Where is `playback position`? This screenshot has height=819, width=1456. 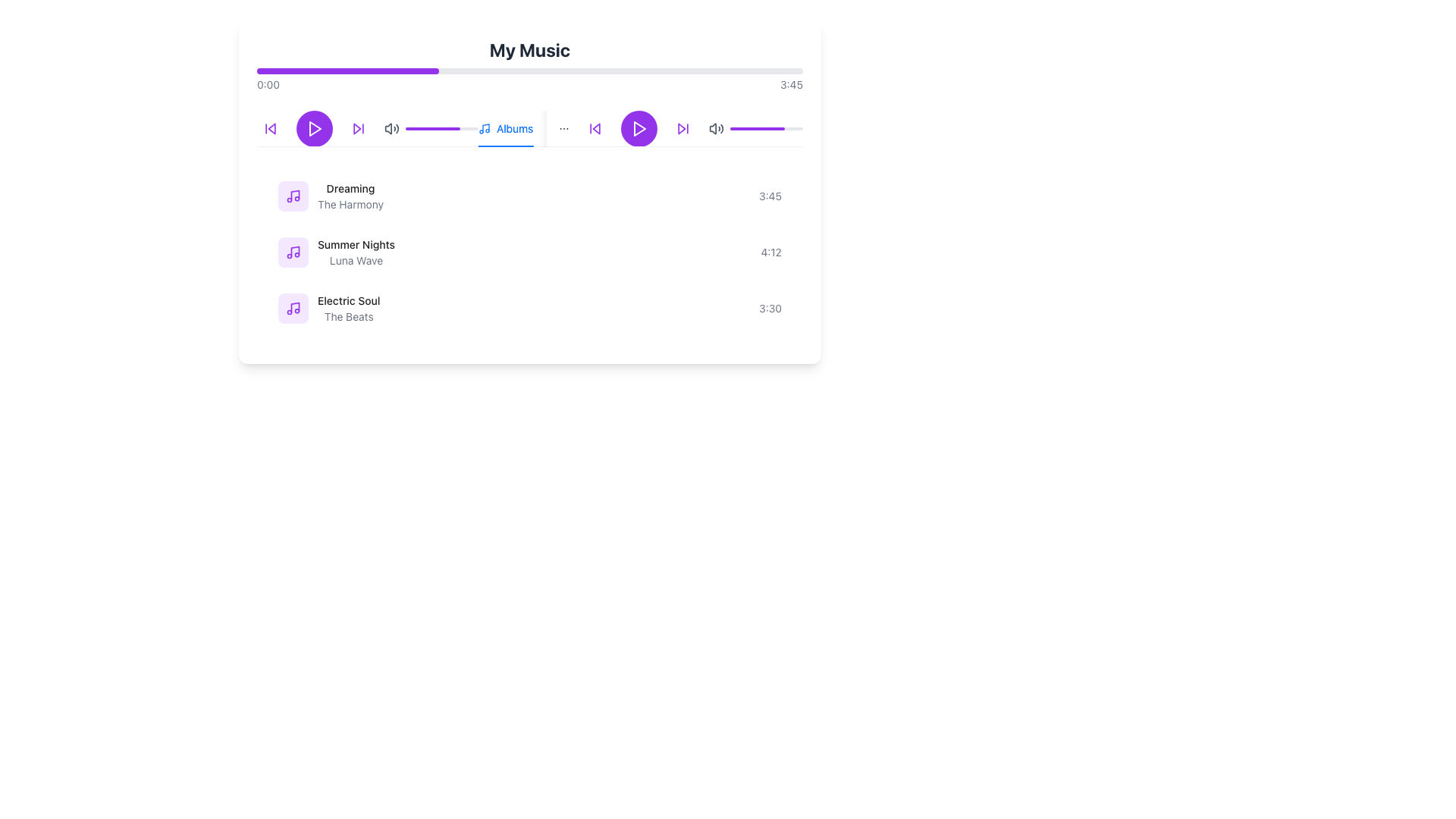
playback position is located at coordinates (435, 127).